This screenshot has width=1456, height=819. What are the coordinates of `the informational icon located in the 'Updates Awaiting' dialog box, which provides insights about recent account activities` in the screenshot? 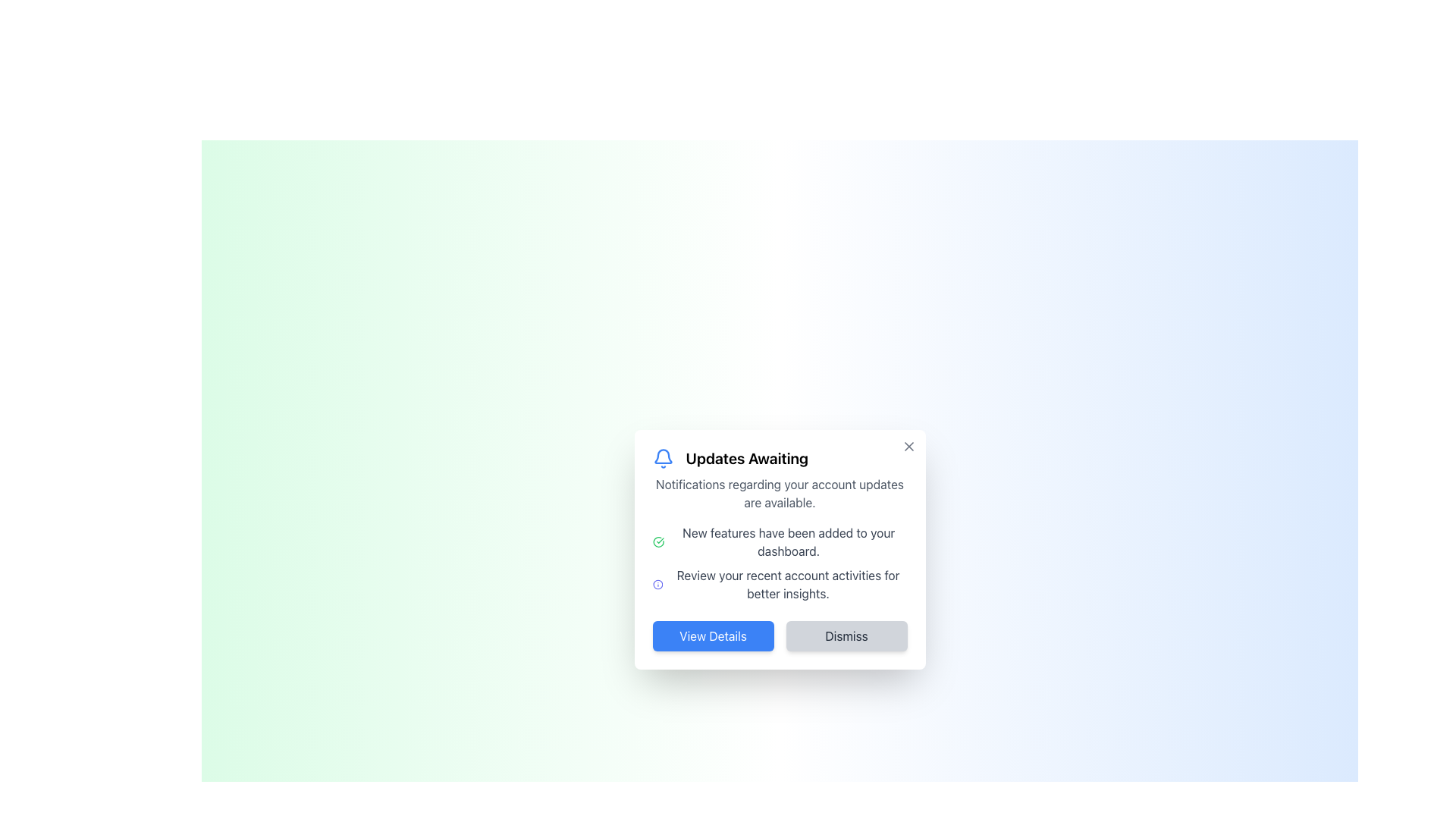 It's located at (780, 584).